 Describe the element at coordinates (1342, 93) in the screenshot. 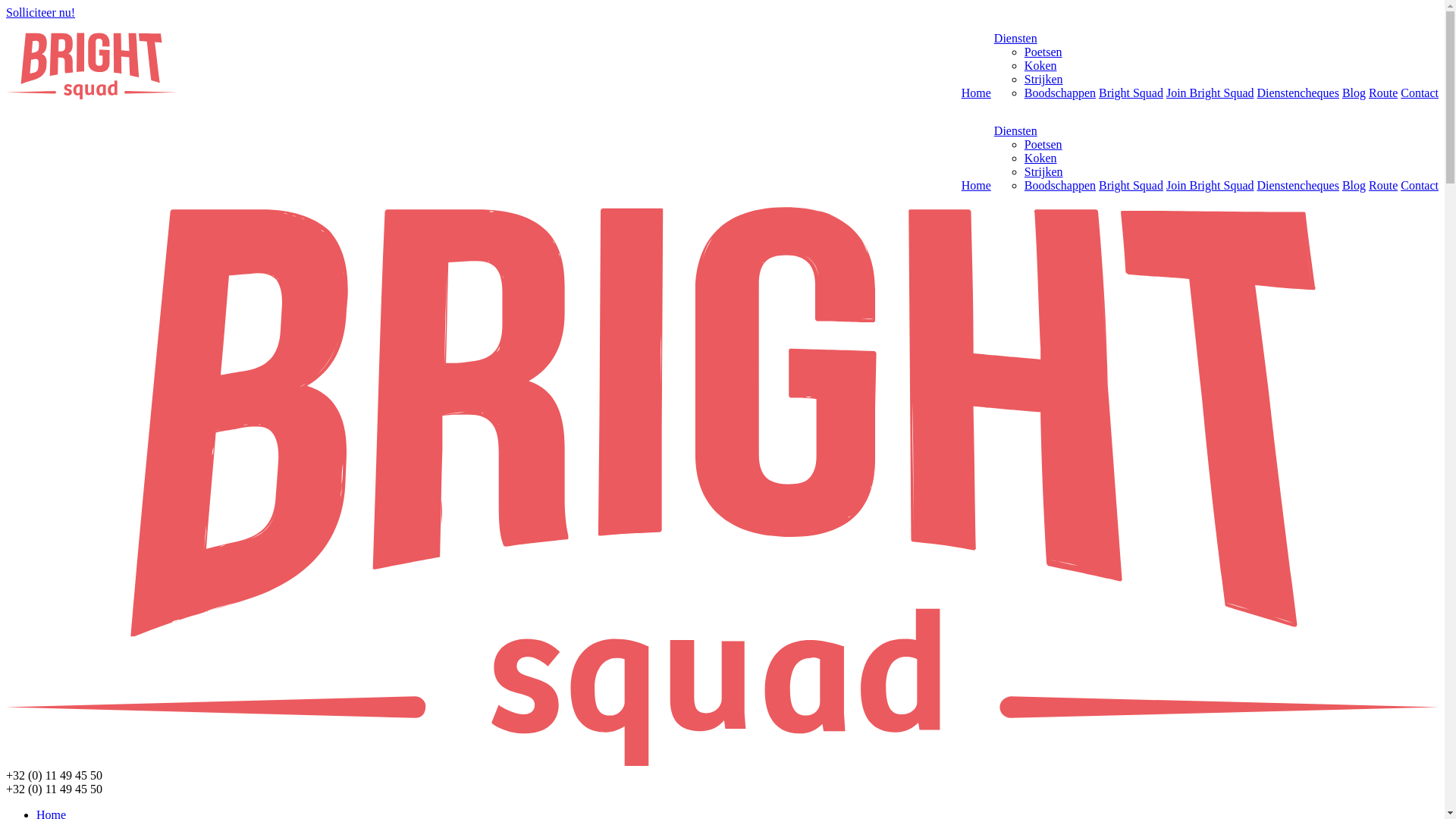

I see `'Blog'` at that location.